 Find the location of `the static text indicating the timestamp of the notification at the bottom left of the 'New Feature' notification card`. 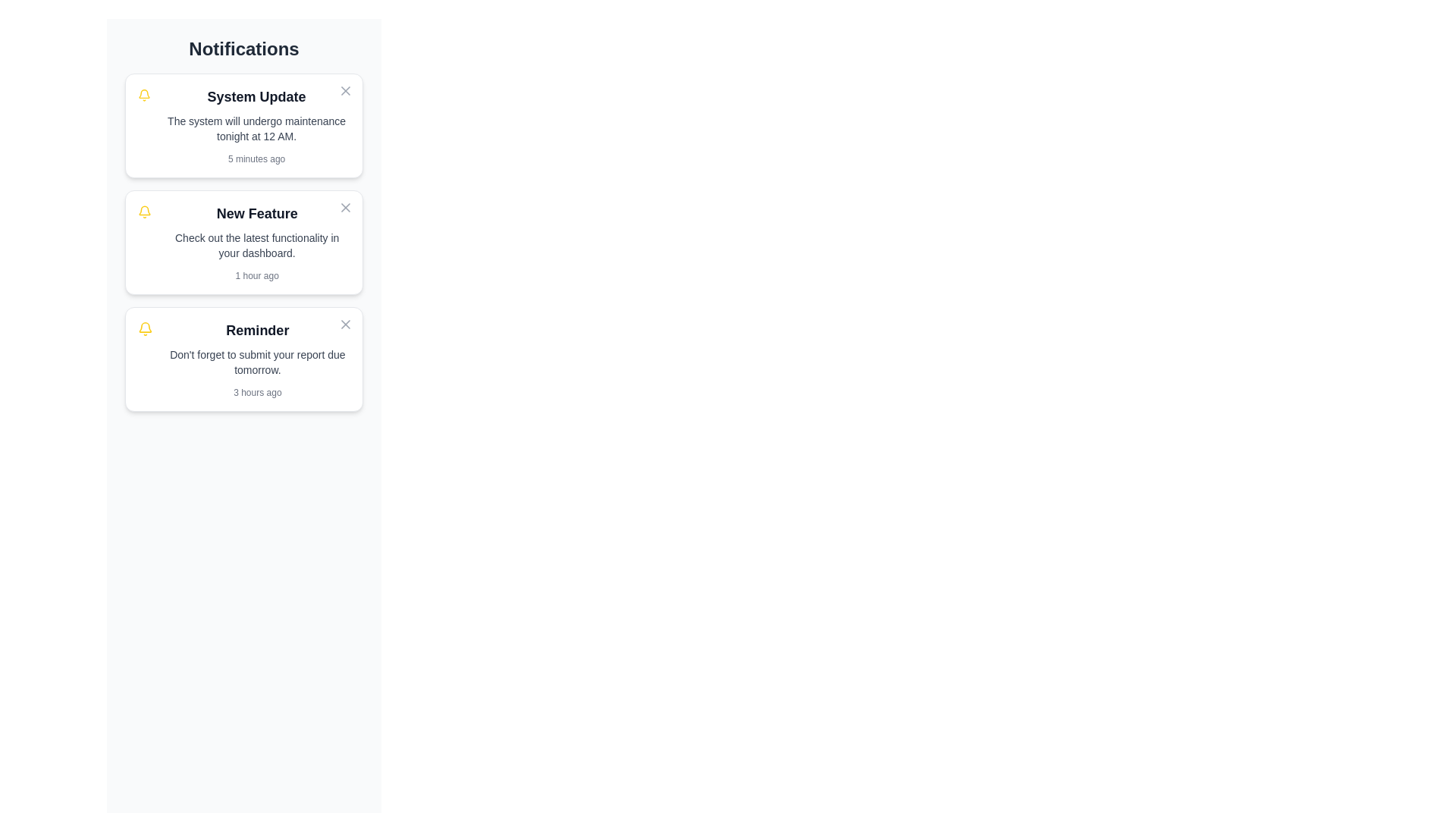

the static text indicating the timestamp of the notification at the bottom left of the 'New Feature' notification card is located at coordinates (257, 275).